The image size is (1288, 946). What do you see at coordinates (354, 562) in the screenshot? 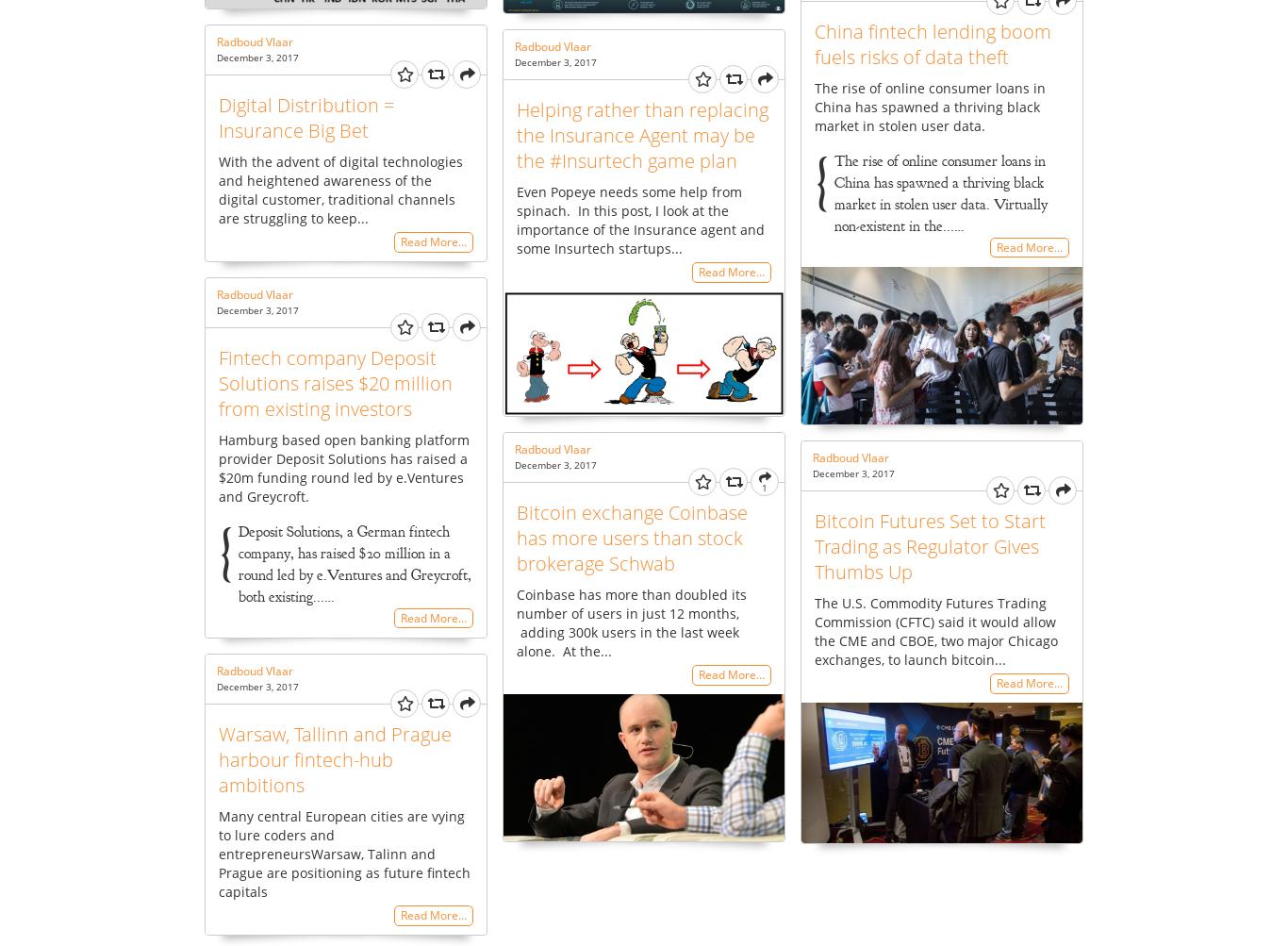
I see `'Deposit Solutions, a German fintech company, has raised $20 million in a round led by e.Ventures and Greycroft, both existing...…'` at bounding box center [354, 562].